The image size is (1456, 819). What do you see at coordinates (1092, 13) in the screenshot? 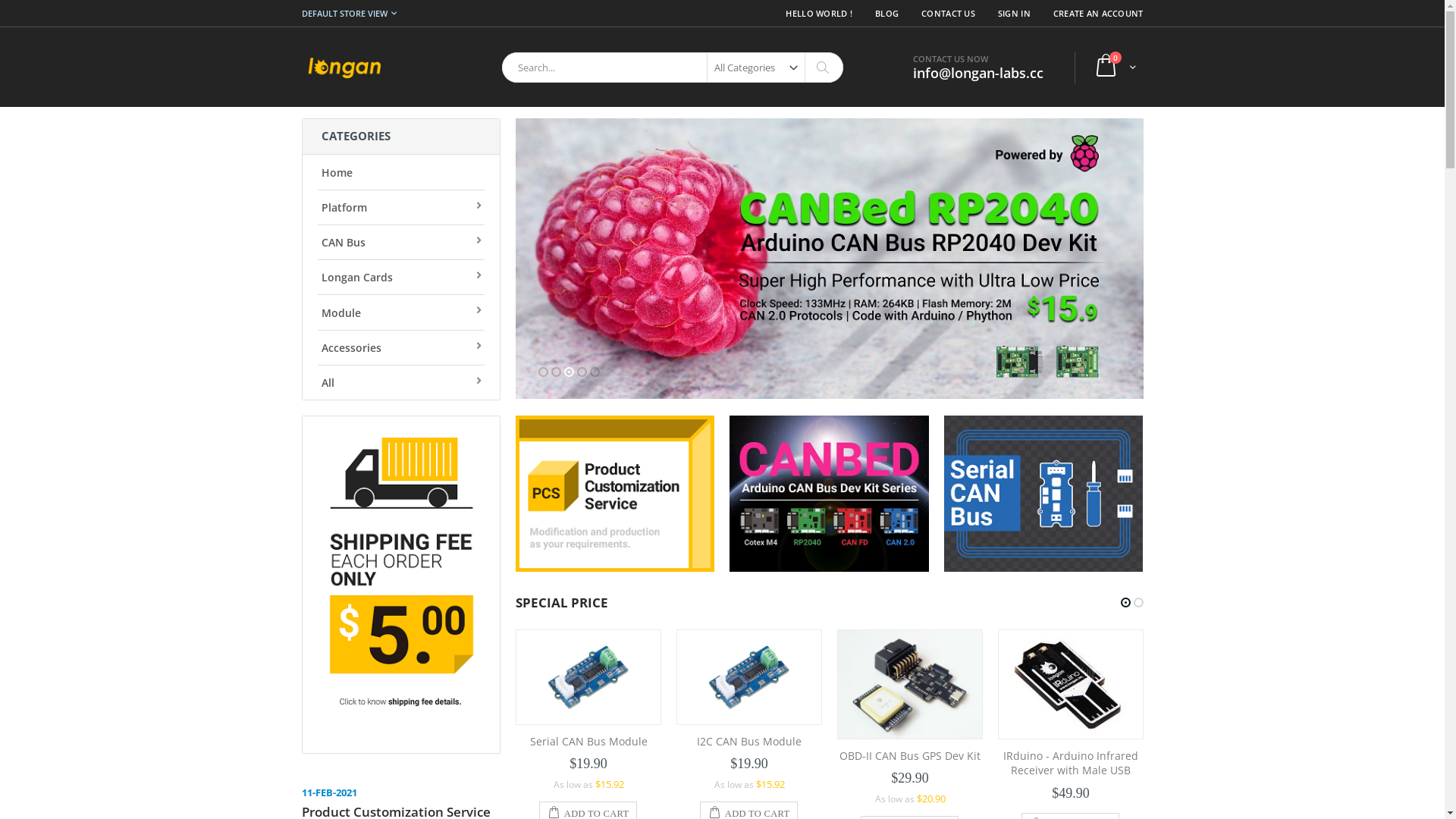
I see `'CREATE AN ACCOUNT'` at bounding box center [1092, 13].